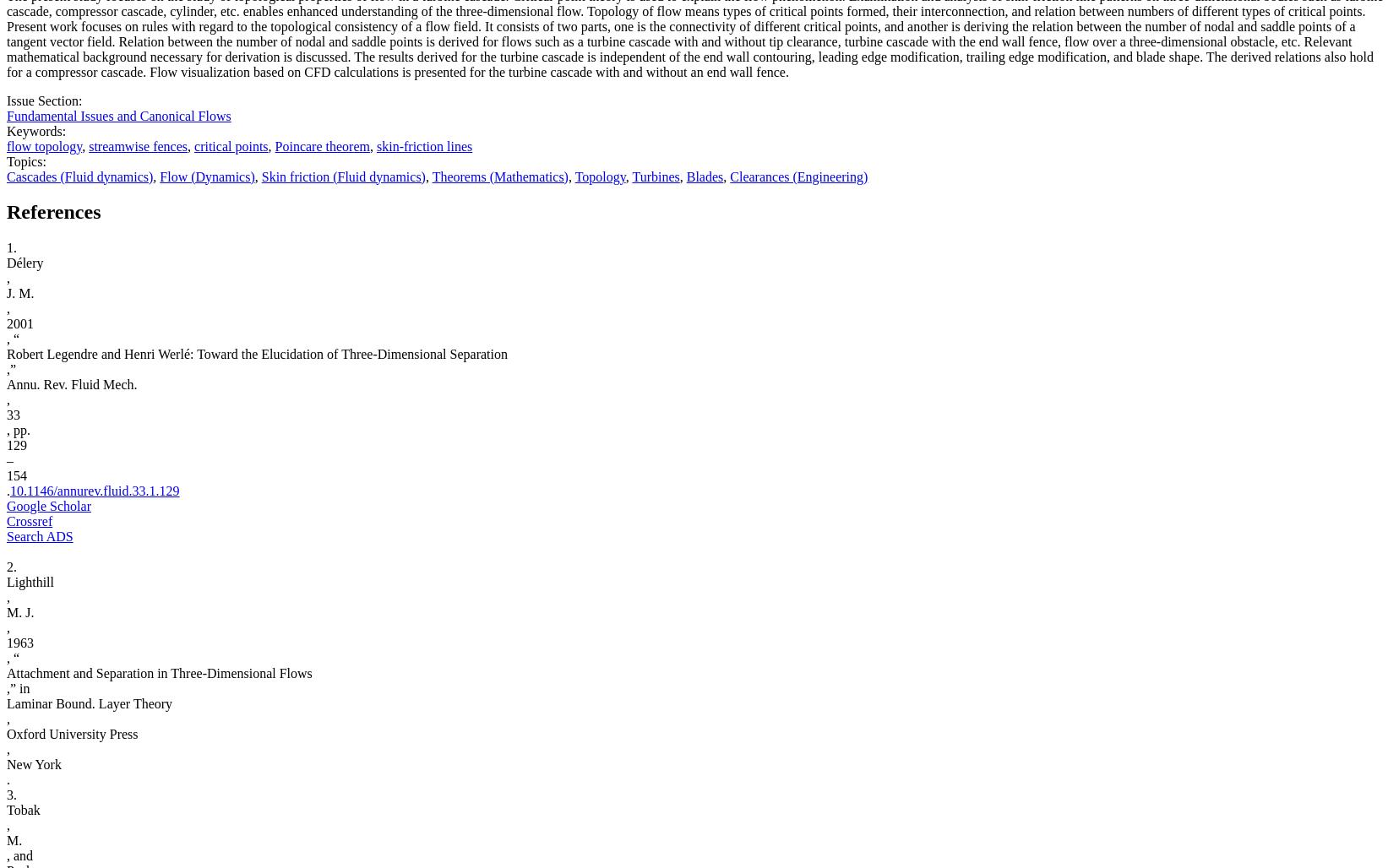  I want to click on 'skin-friction lines', so click(422, 145).